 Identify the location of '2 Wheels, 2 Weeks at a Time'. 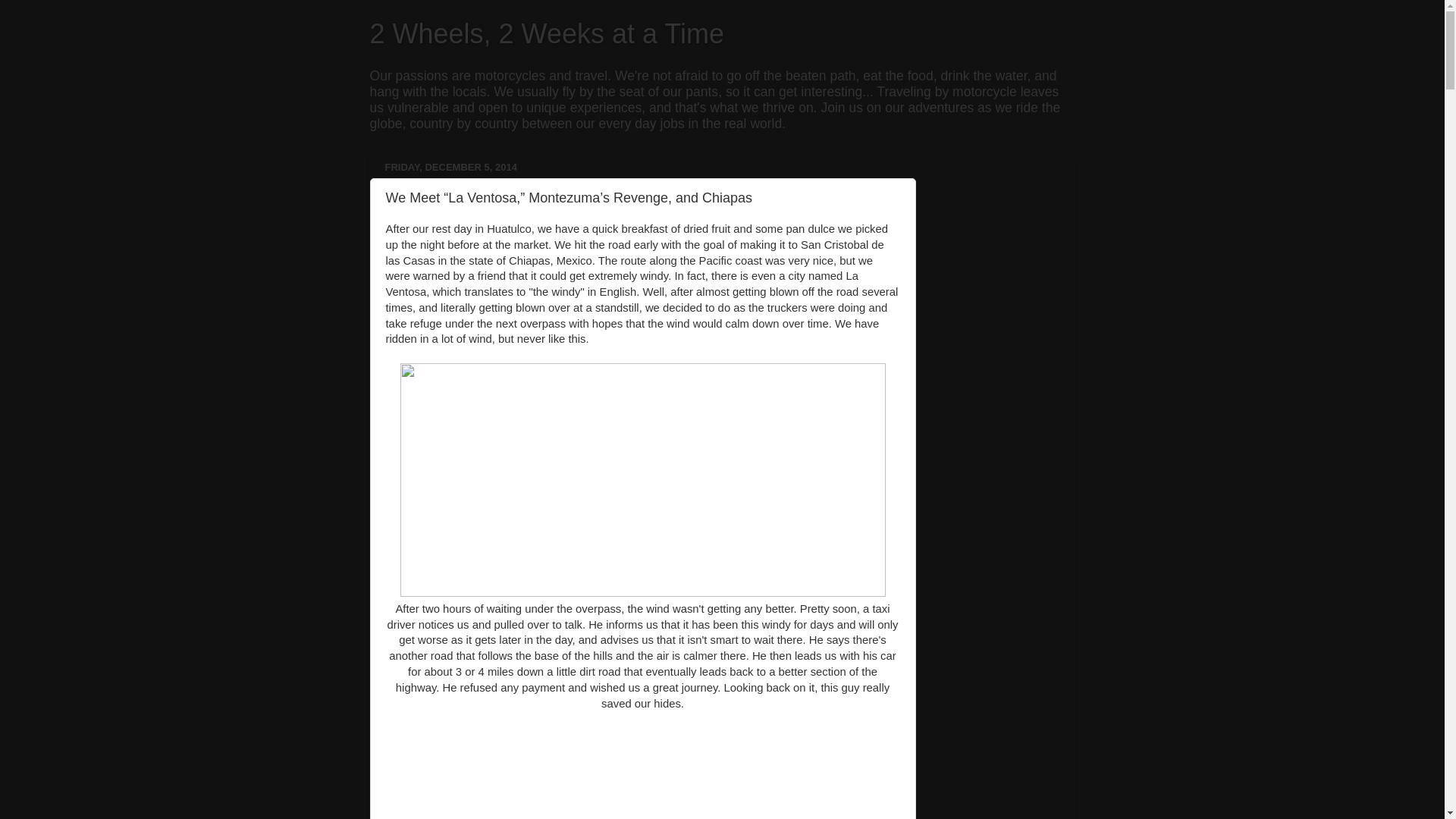
(546, 33).